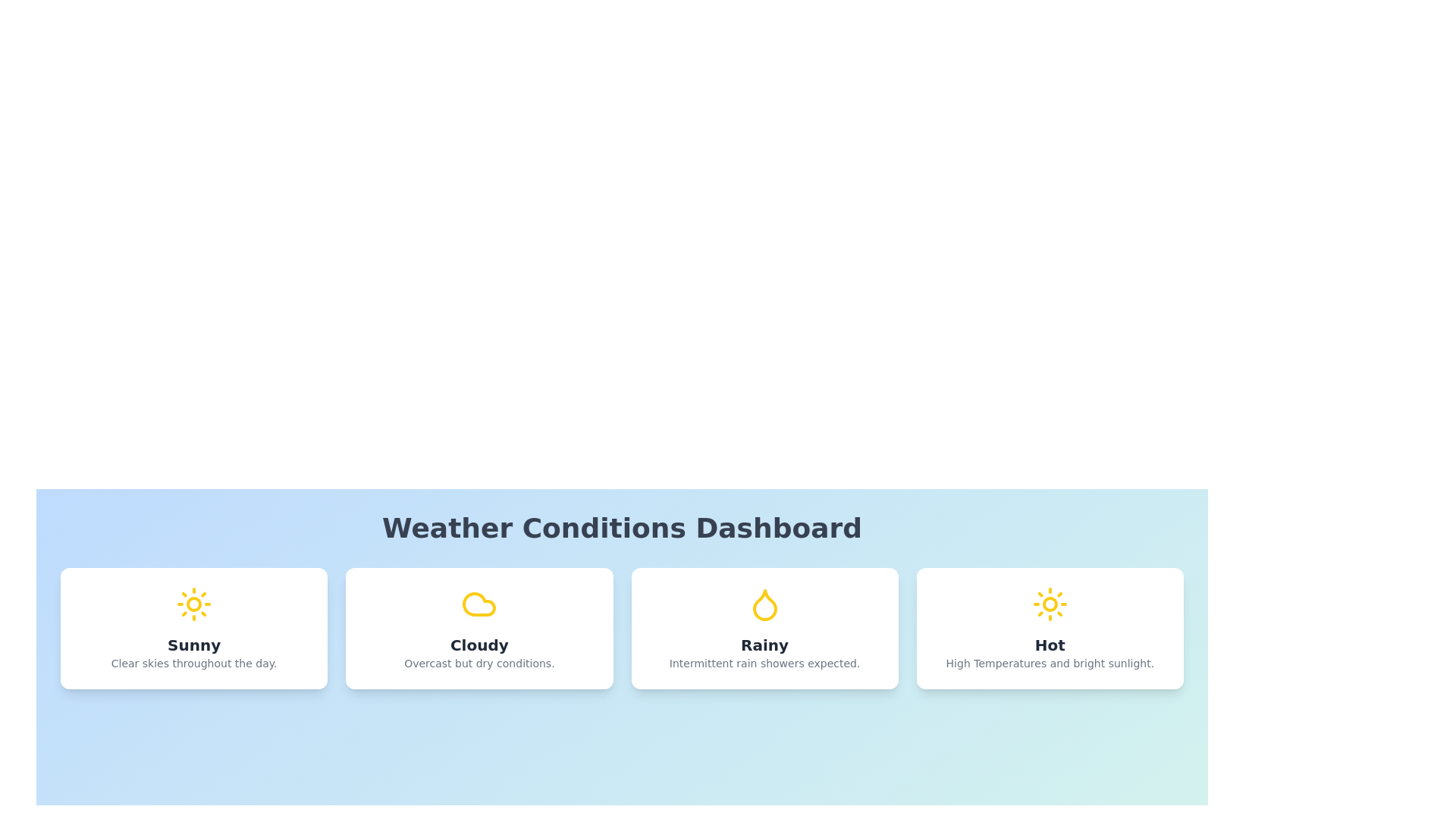  What do you see at coordinates (479, 604) in the screenshot?
I see `the yellow cloud icon, which is the central design feature under the 'Cloudy' title in the grid layout` at bounding box center [479, 604].